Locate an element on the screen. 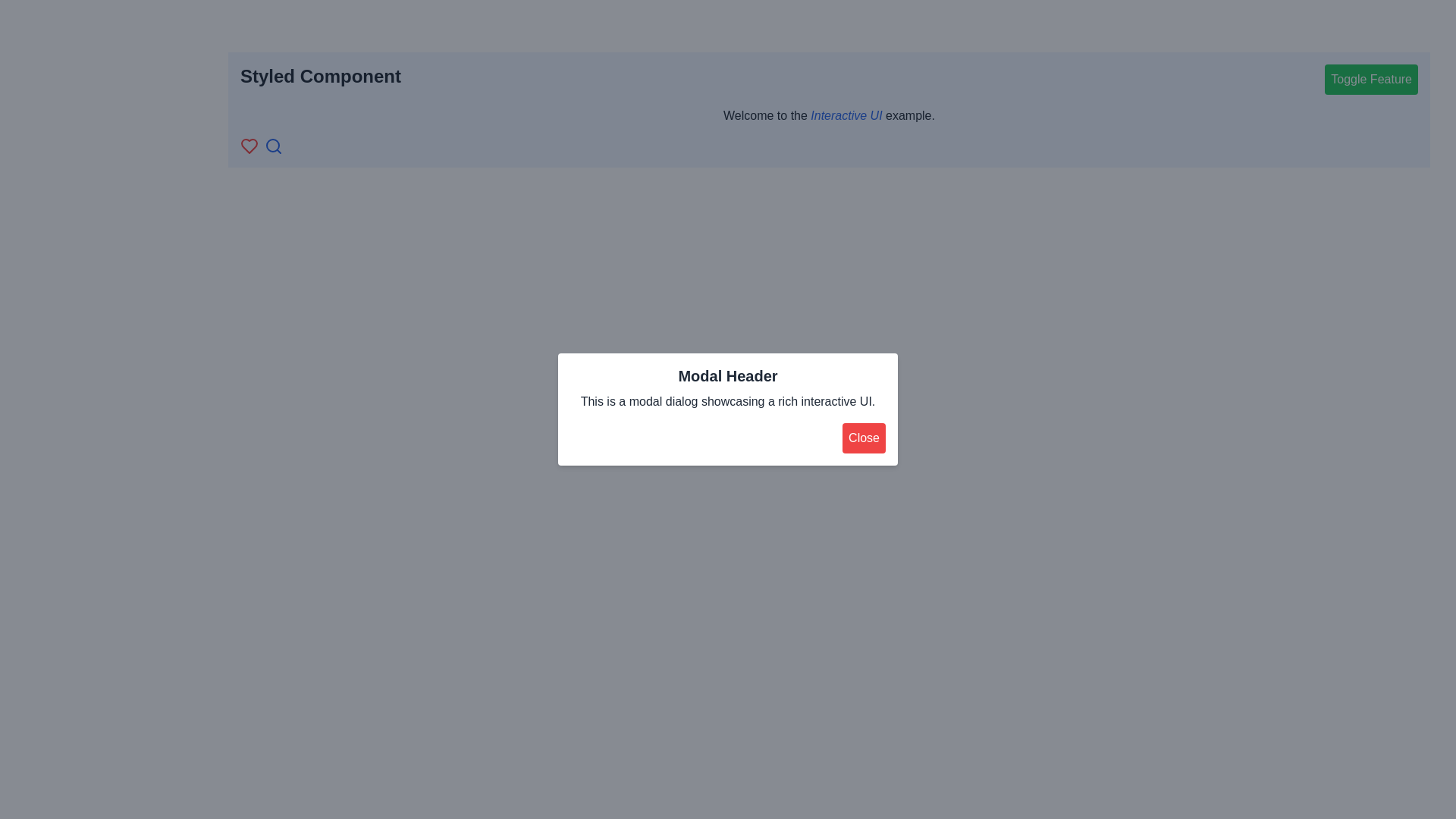 The width and height of the screenshot is (1456, 819). text string displayed in the modal dialog that says 'This is a modal dialog showcasing a rich interactive UI.' which is located below the 'Modal Header' and above the 'Close' button is located at coordinates (728, 400).